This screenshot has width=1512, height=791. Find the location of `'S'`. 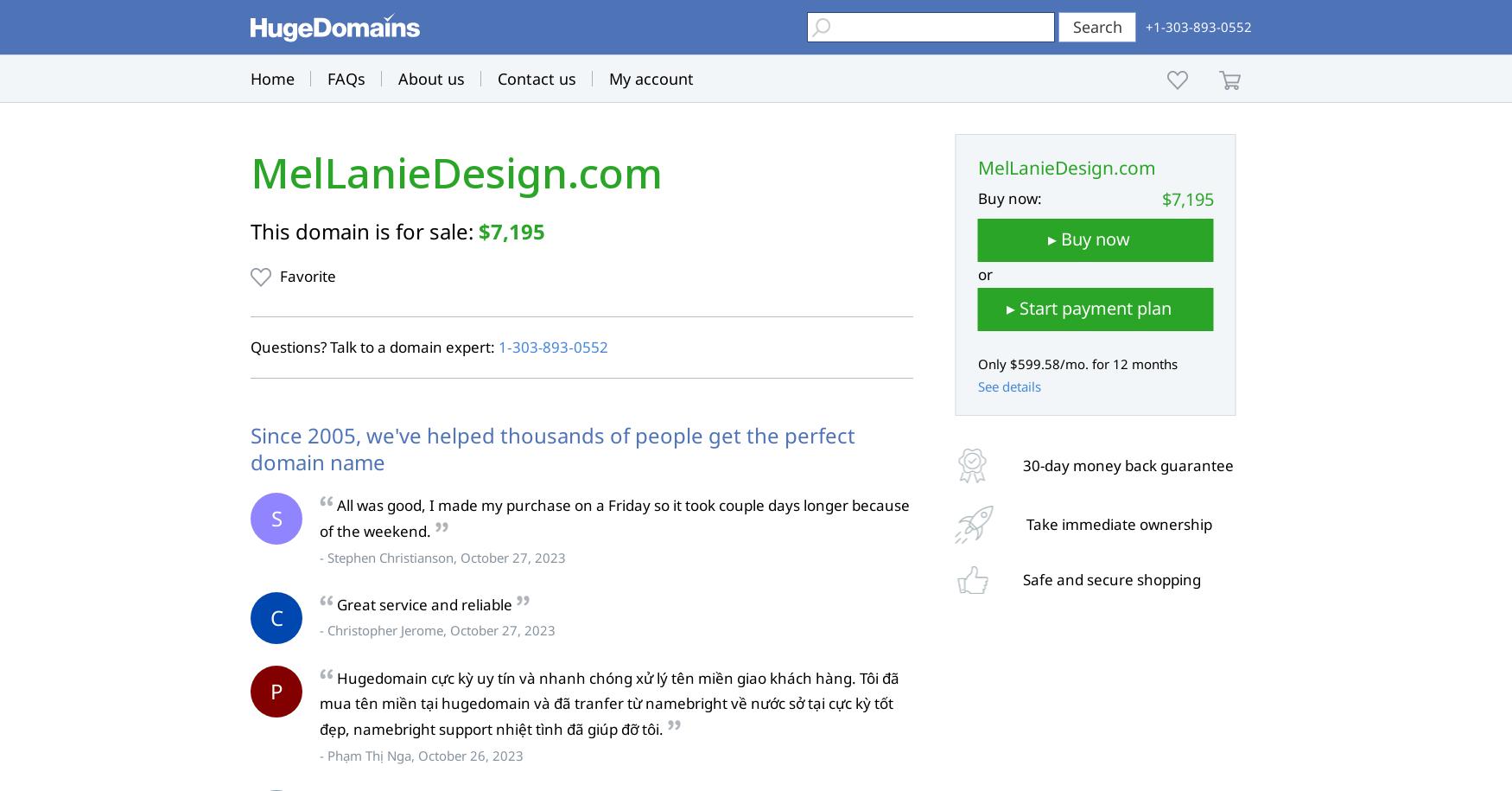

'S' is located at coordinates (276, 517).